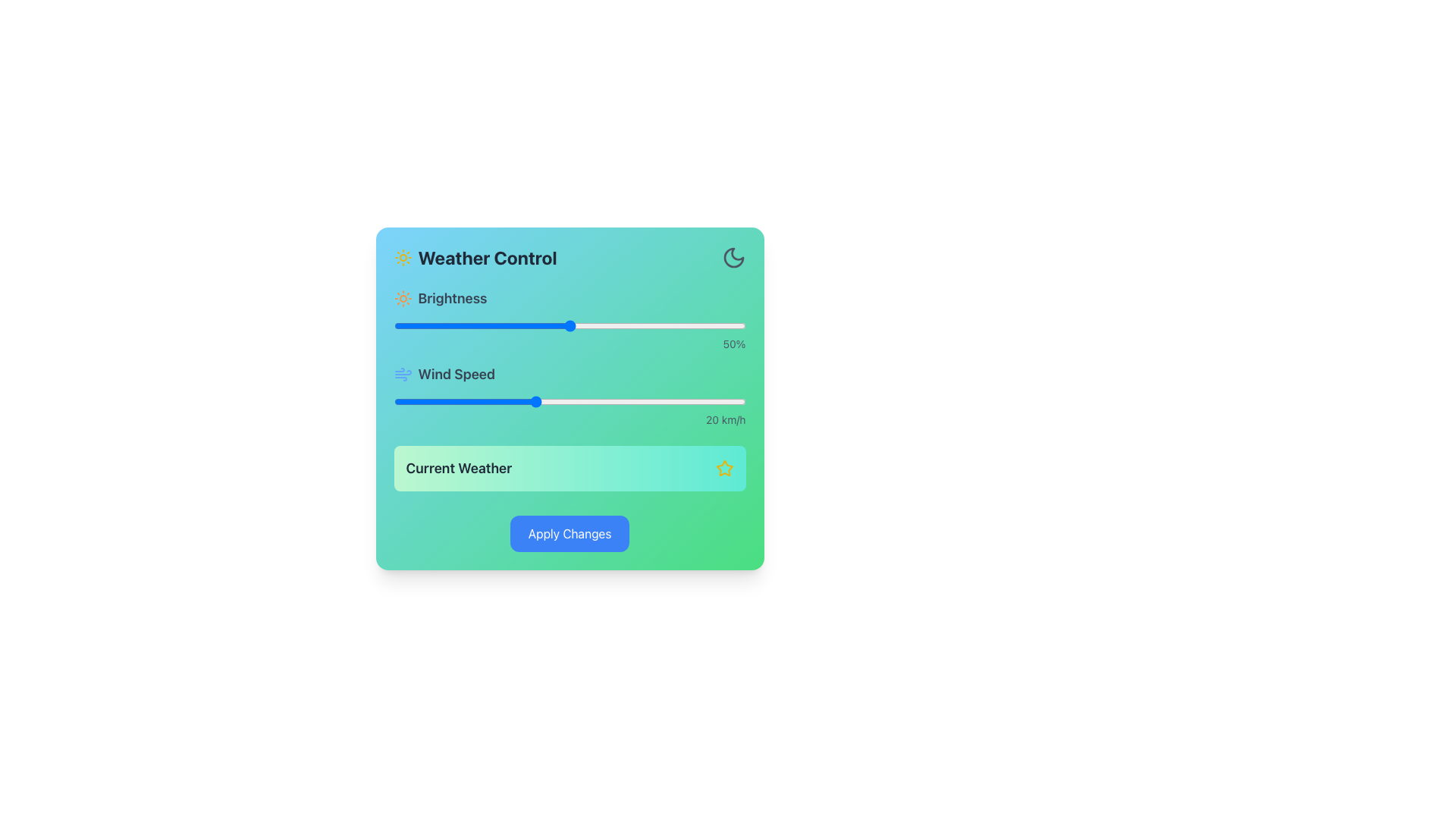  What do you see at coordinates (597, 400) in the screenshot?
I see `wind speed` at bounding box center [597, 400].